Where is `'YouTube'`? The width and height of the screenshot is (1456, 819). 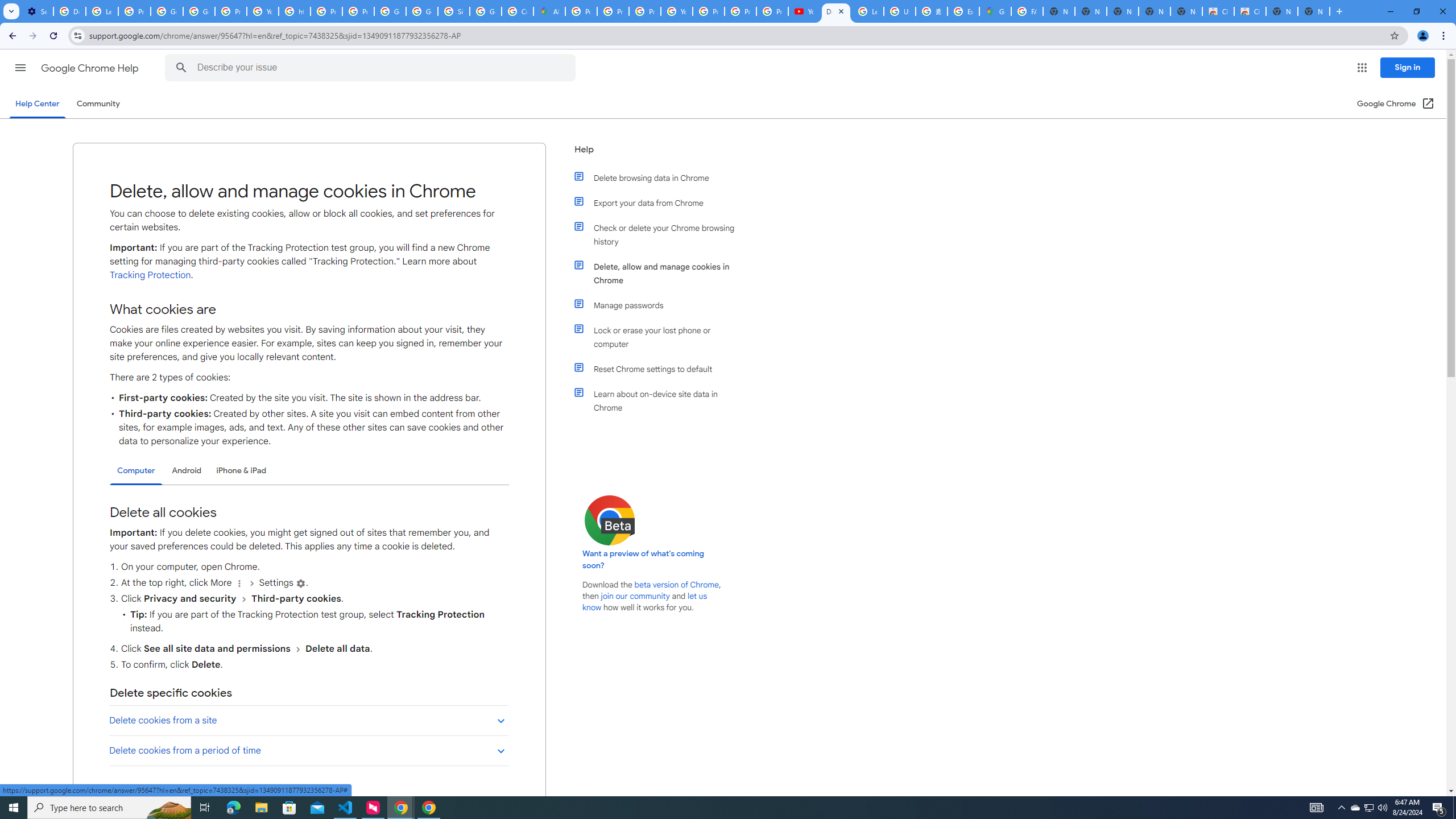 'YouTube' is located at coordinates (804, 11).